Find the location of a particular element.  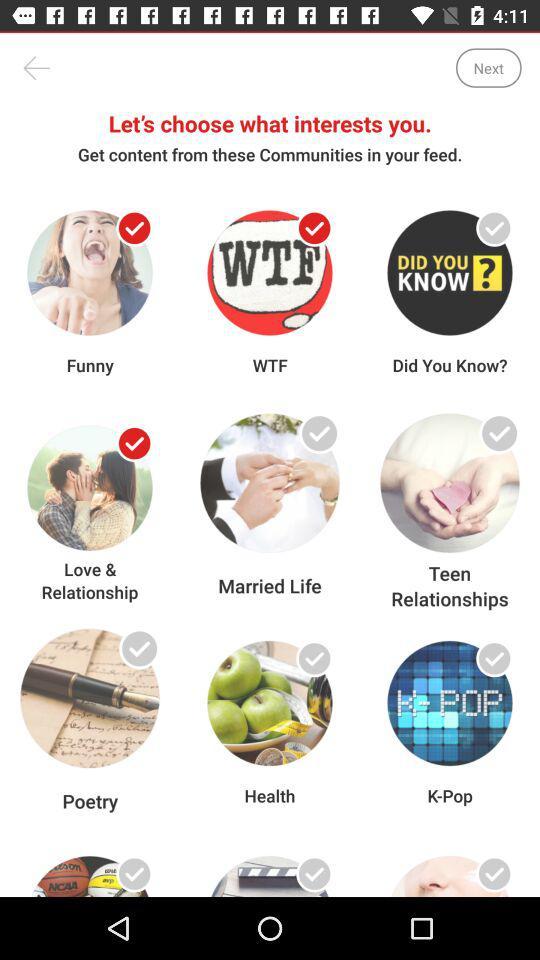

selection check box is located at coordinates (314, 228).